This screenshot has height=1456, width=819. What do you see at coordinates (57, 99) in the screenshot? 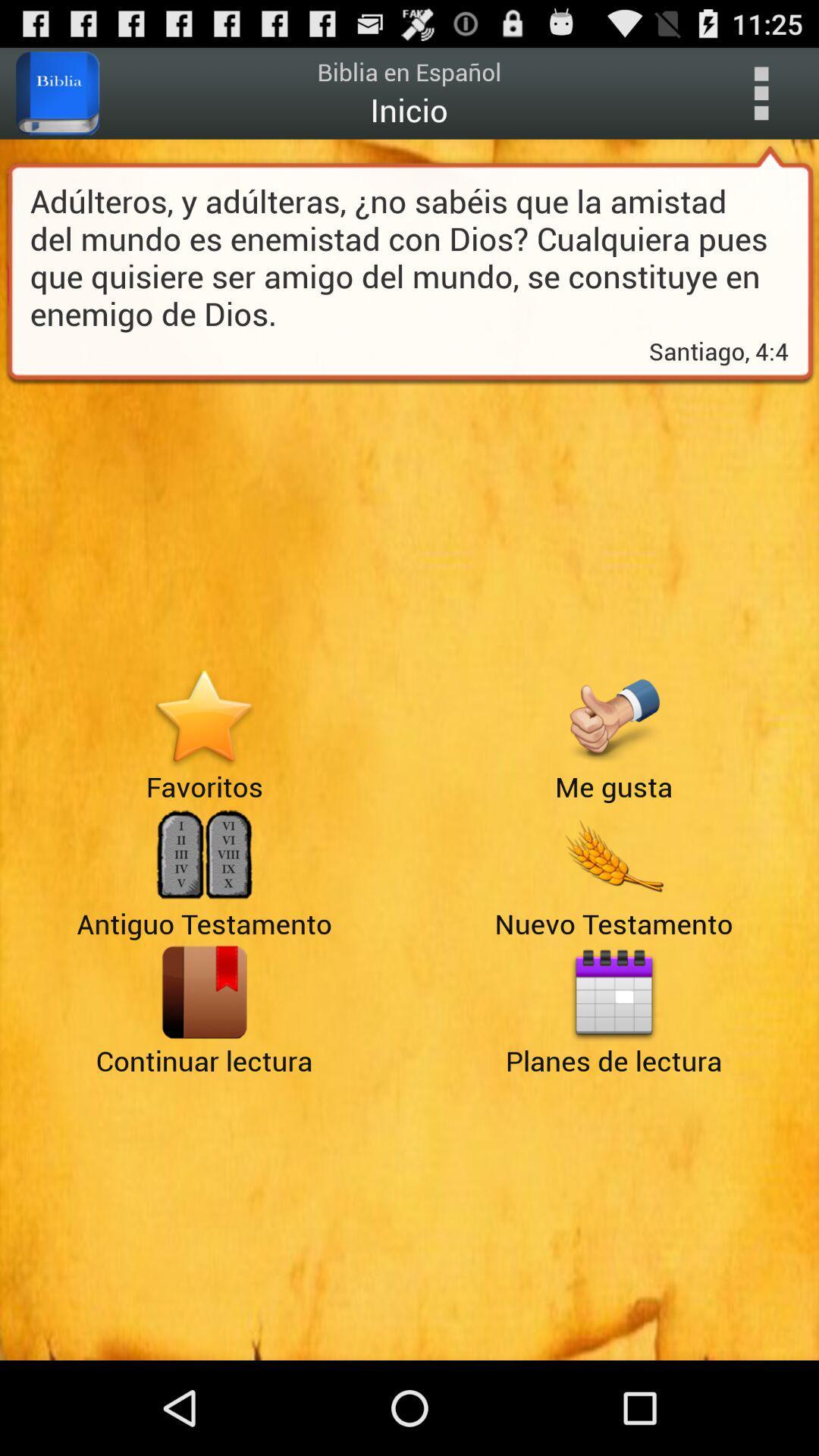
I see `the book icon` at bounding box center [57, 99].